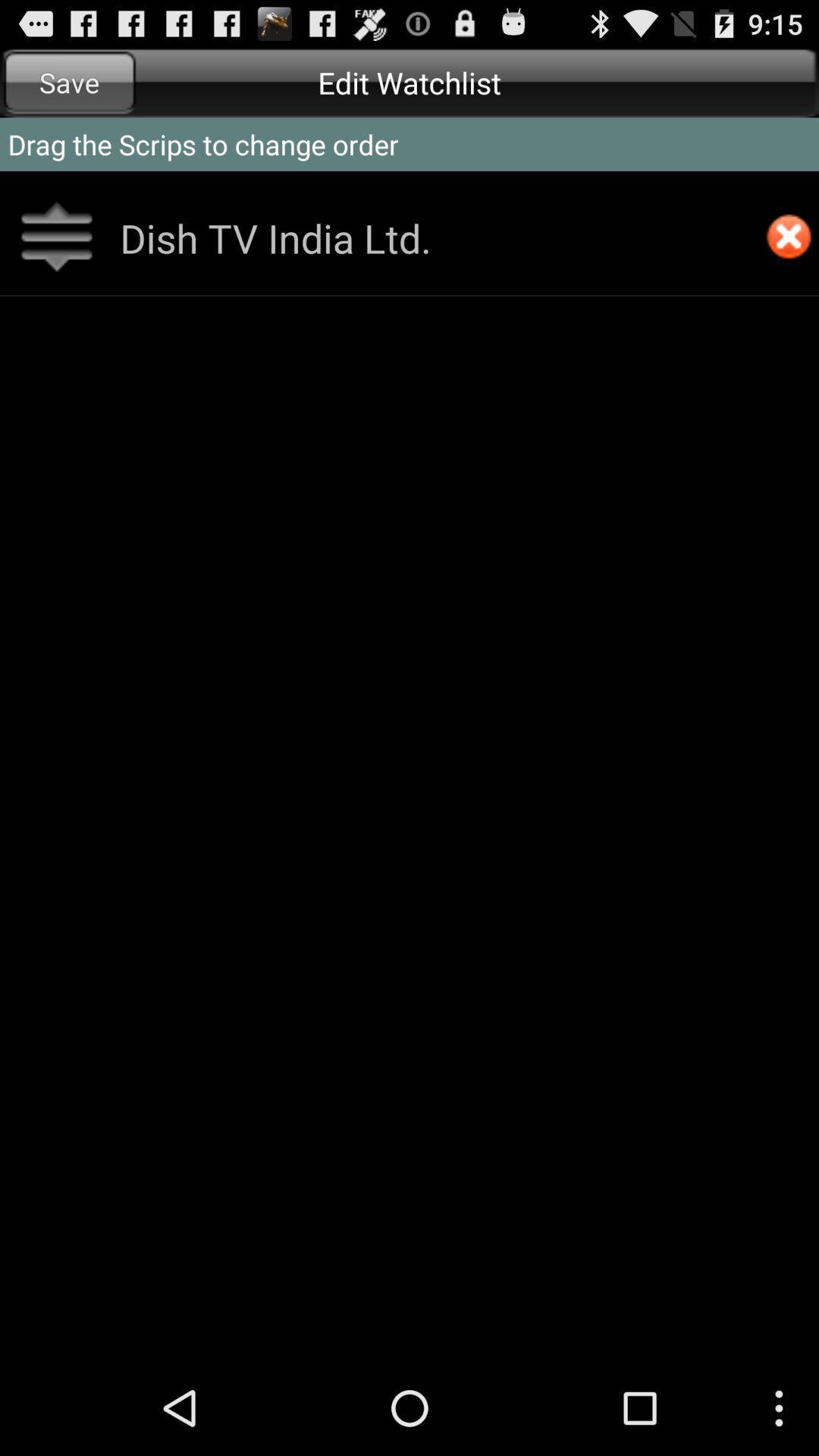  Describe the element at coordinates (788, 237) in the screenshot. I see `icon to the right of dish tv india icon` at that location.